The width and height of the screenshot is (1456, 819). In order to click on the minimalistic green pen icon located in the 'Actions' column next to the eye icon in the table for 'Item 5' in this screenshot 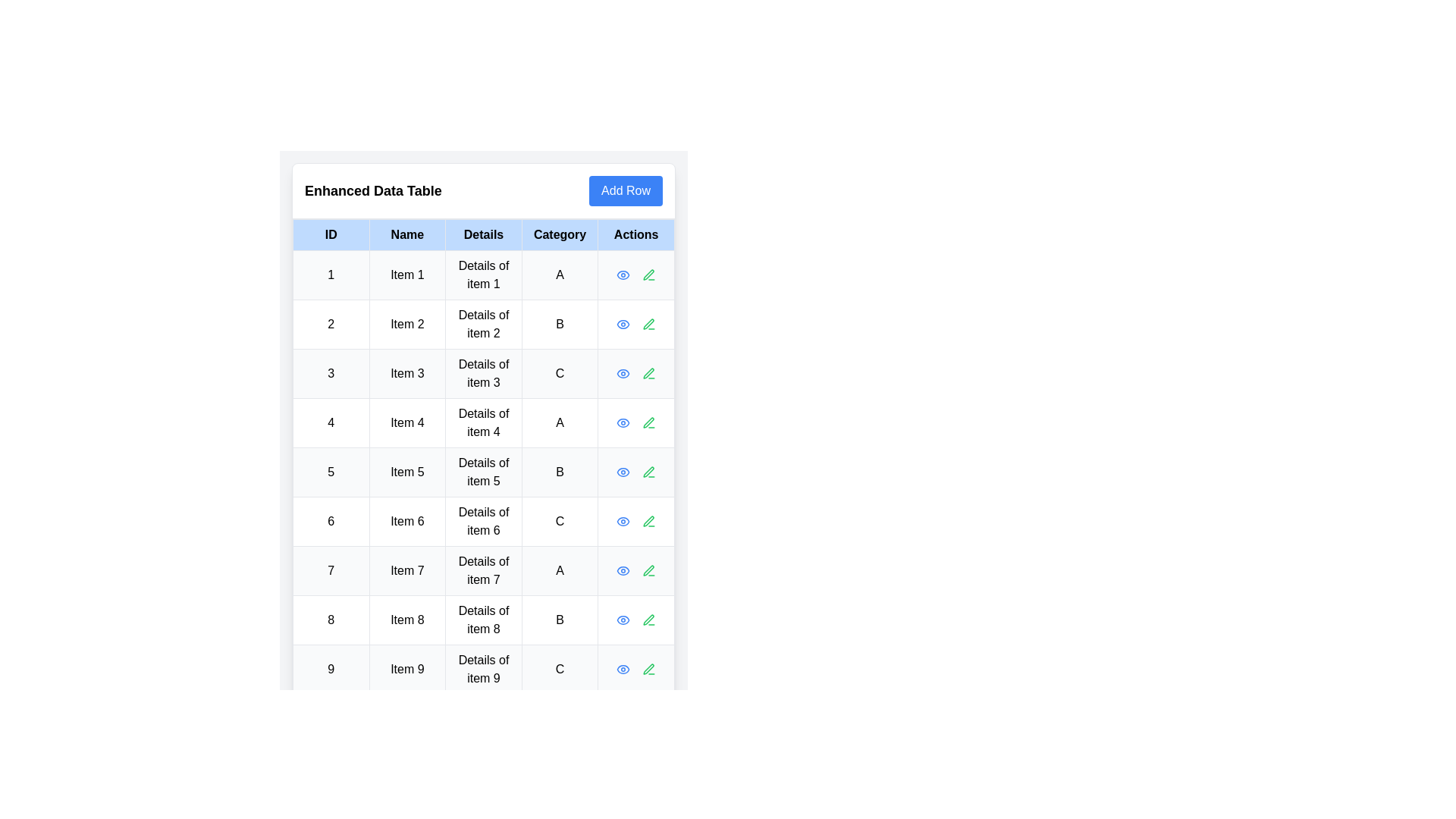, I will do `click(648, 471)`.